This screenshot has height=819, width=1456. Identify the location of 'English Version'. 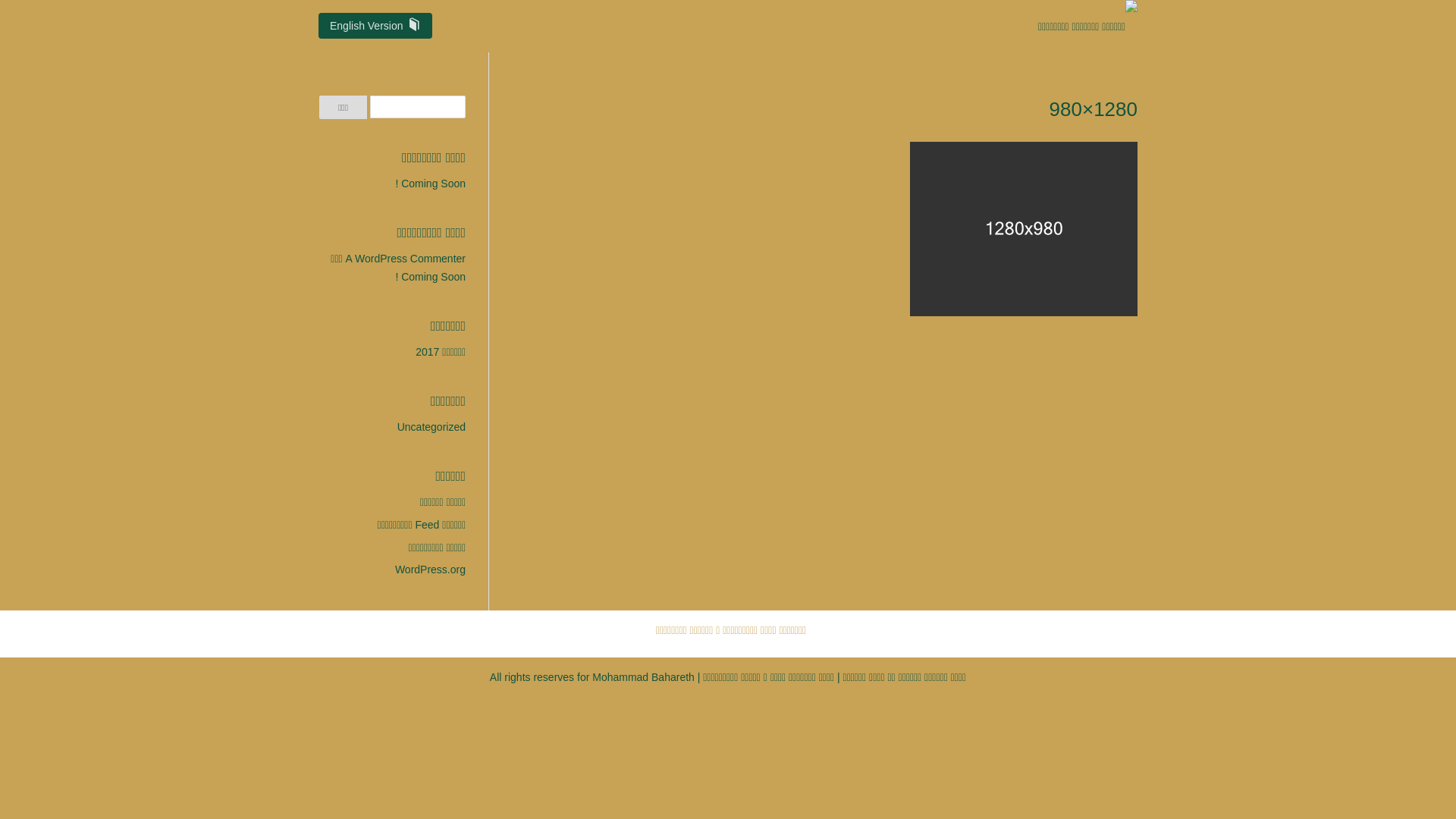
(375, 26).